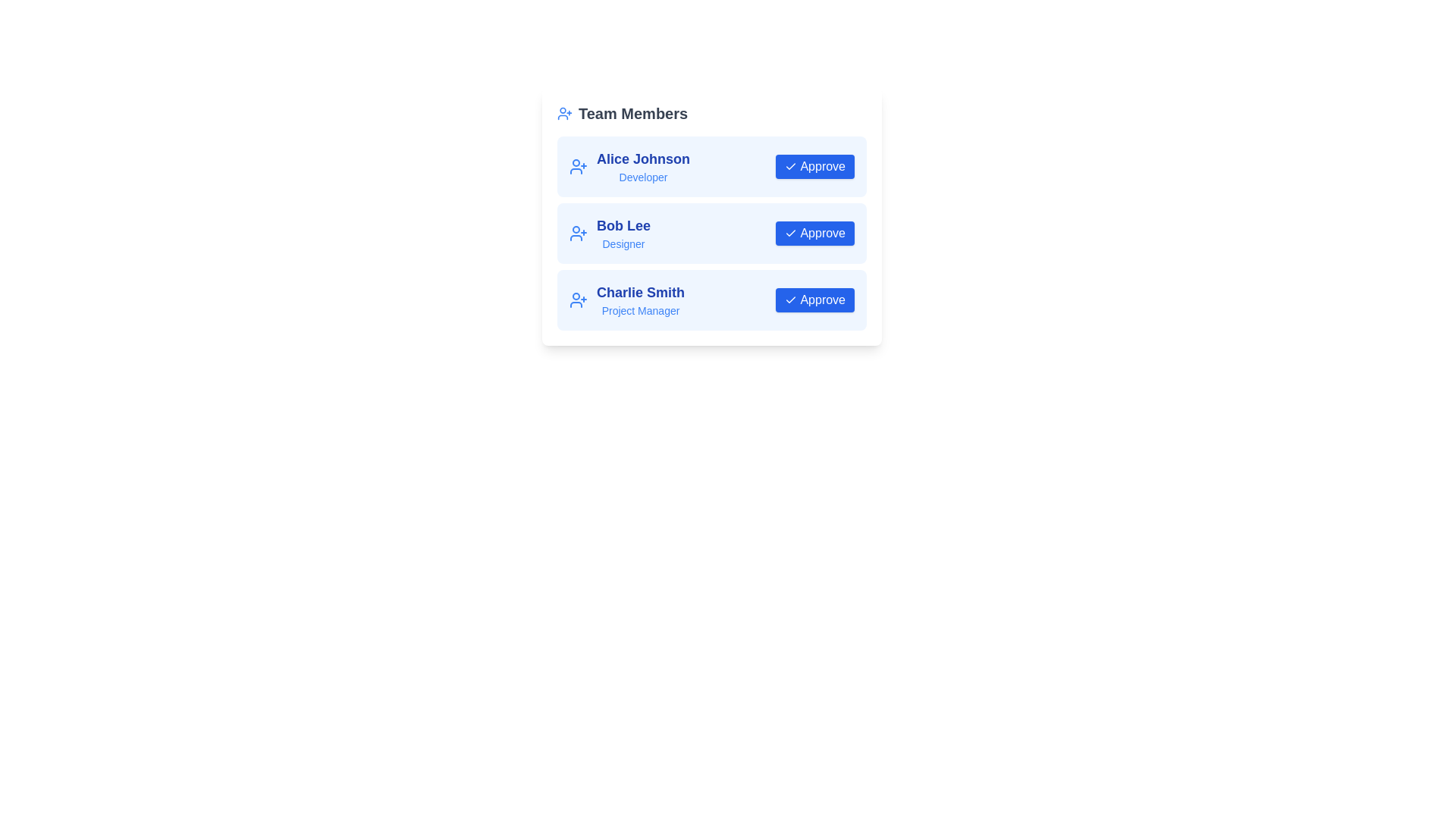 Image resolution: width=1456 pixels, height=819 pixels. Describe the element at coordinates (790, 300) in the screenshot. I see `the approval icon within the 'Approve' button for 'Charlie Smith', the third member in the 'Team Members' list` at that location.